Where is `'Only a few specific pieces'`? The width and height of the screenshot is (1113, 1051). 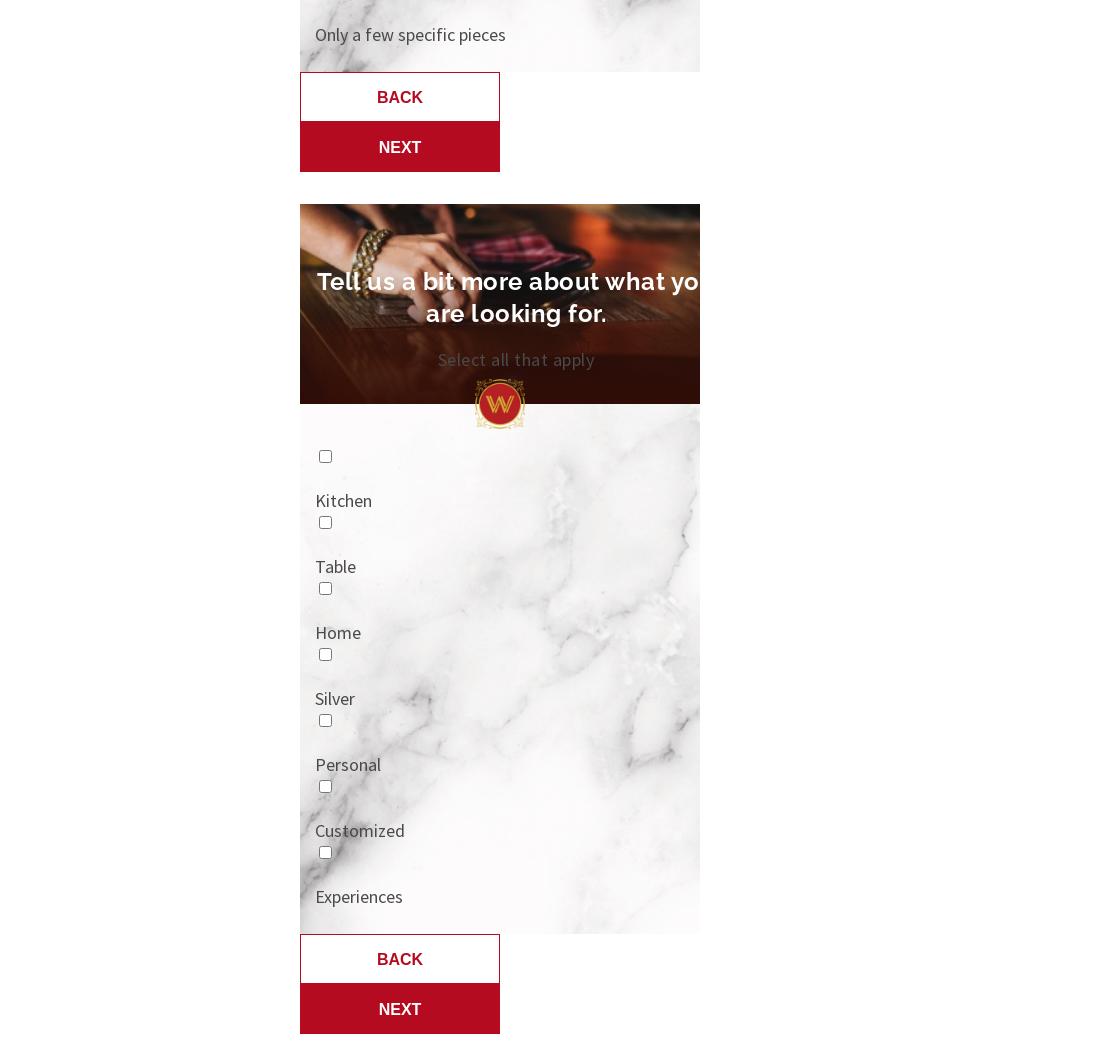 'Only a few specific pieces' is located at coordinates (409, 33).